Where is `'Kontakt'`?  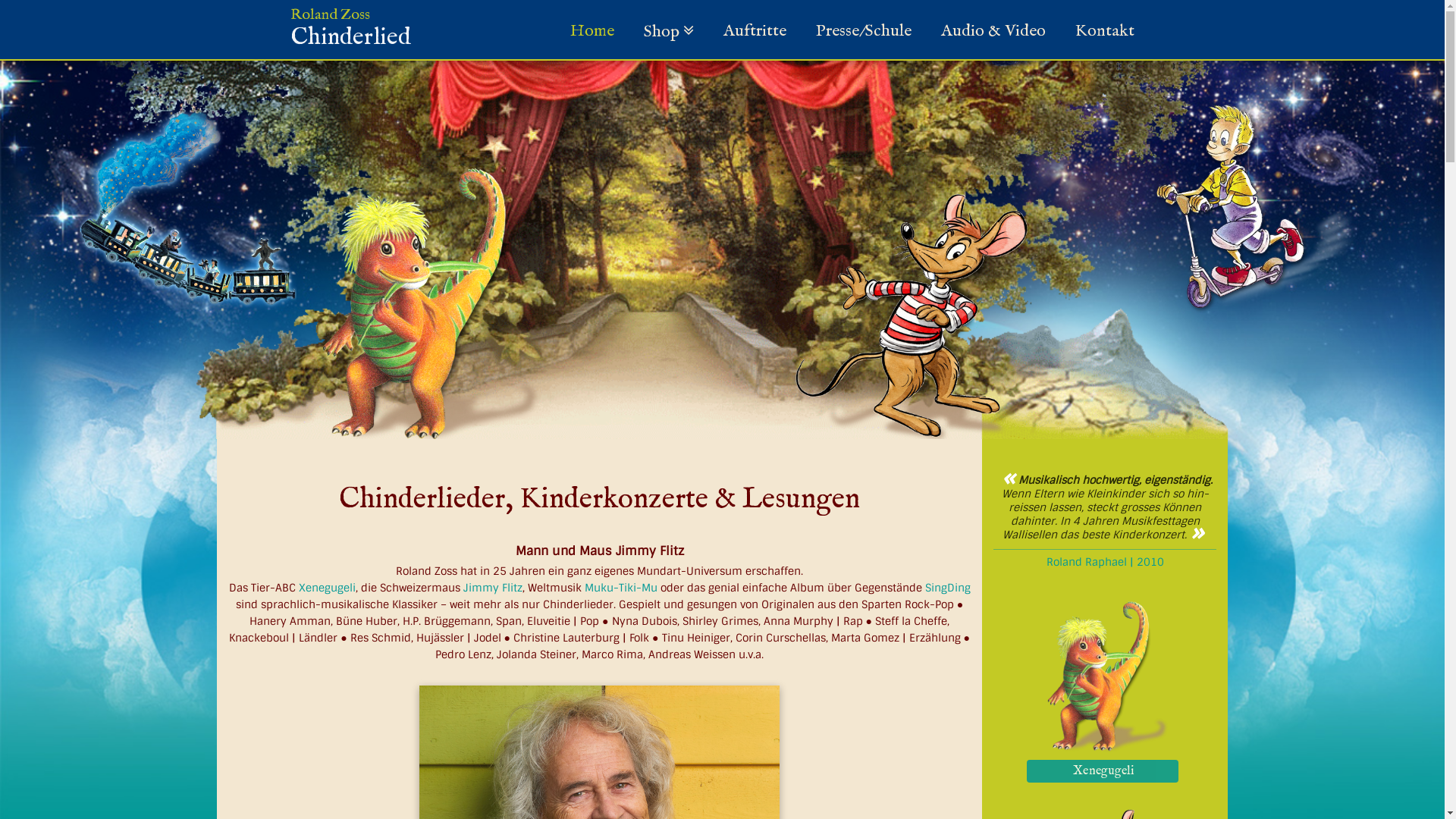 'Kontakt' is located at coordinates (1065, 31).